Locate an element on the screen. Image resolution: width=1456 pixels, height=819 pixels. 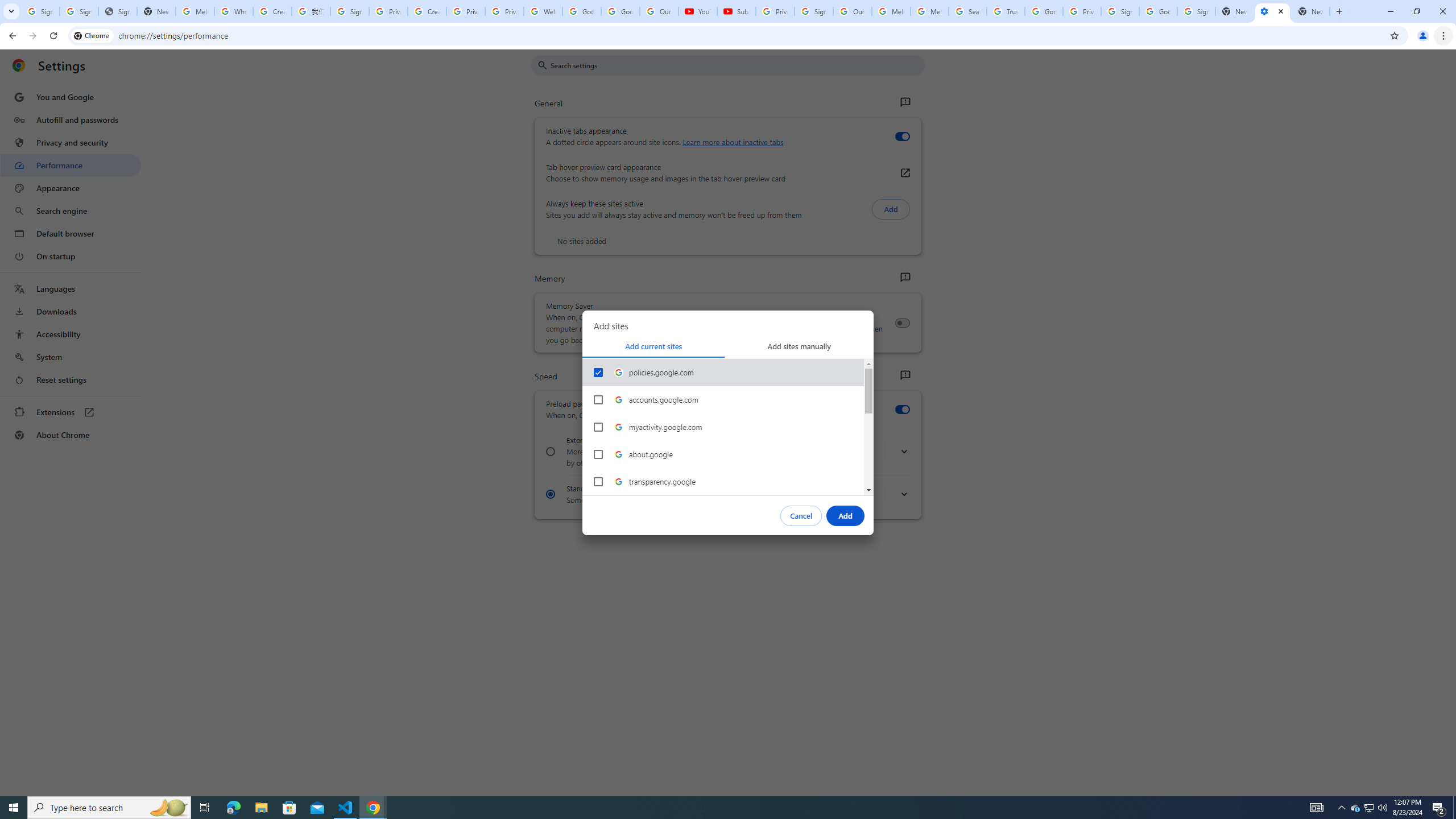
'Trusted Information and Content - Google Safety Center' is located at coordinates (1004, 11).